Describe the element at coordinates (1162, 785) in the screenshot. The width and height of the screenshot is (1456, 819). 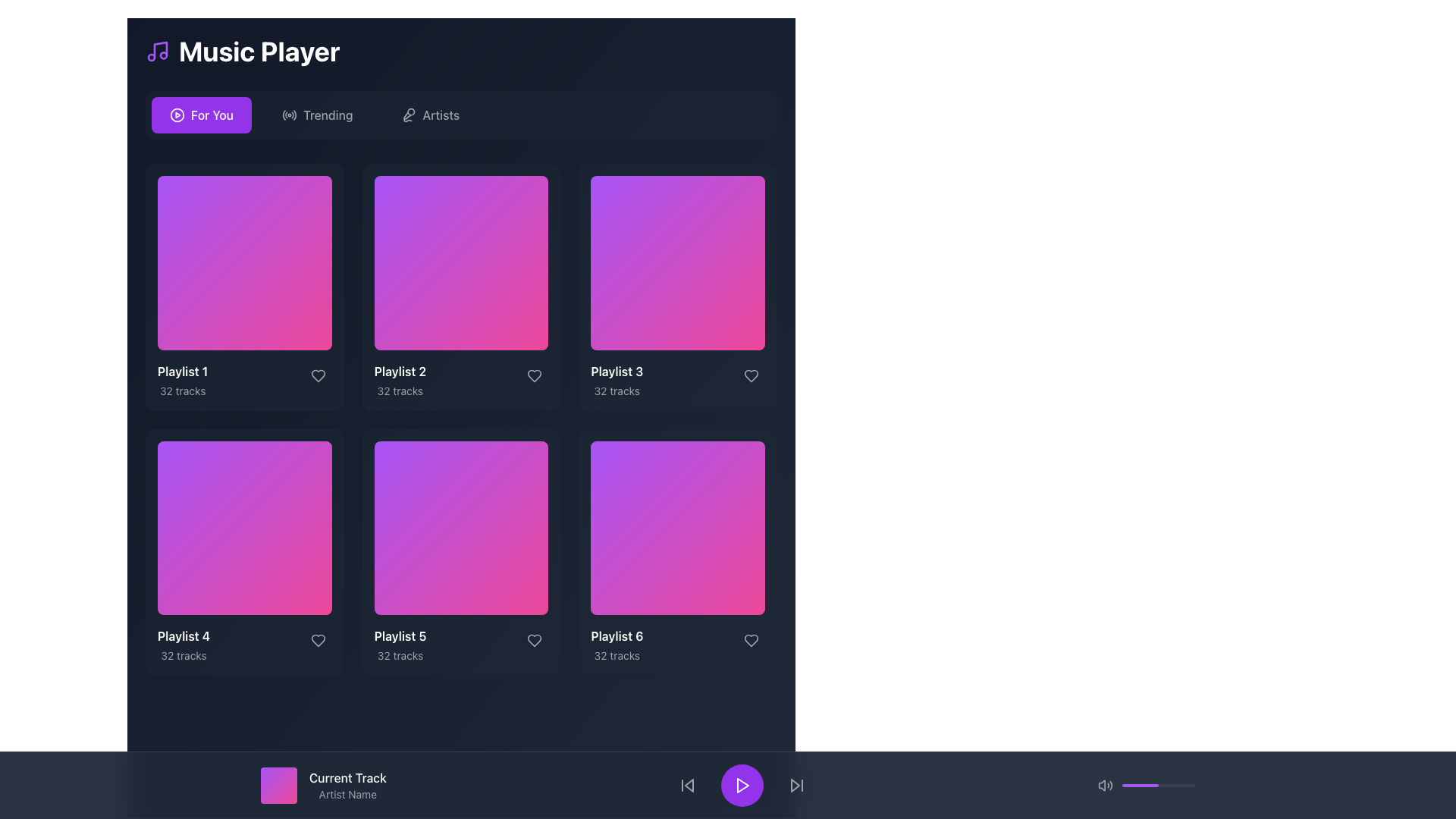
I see `the volume slider` at that location.